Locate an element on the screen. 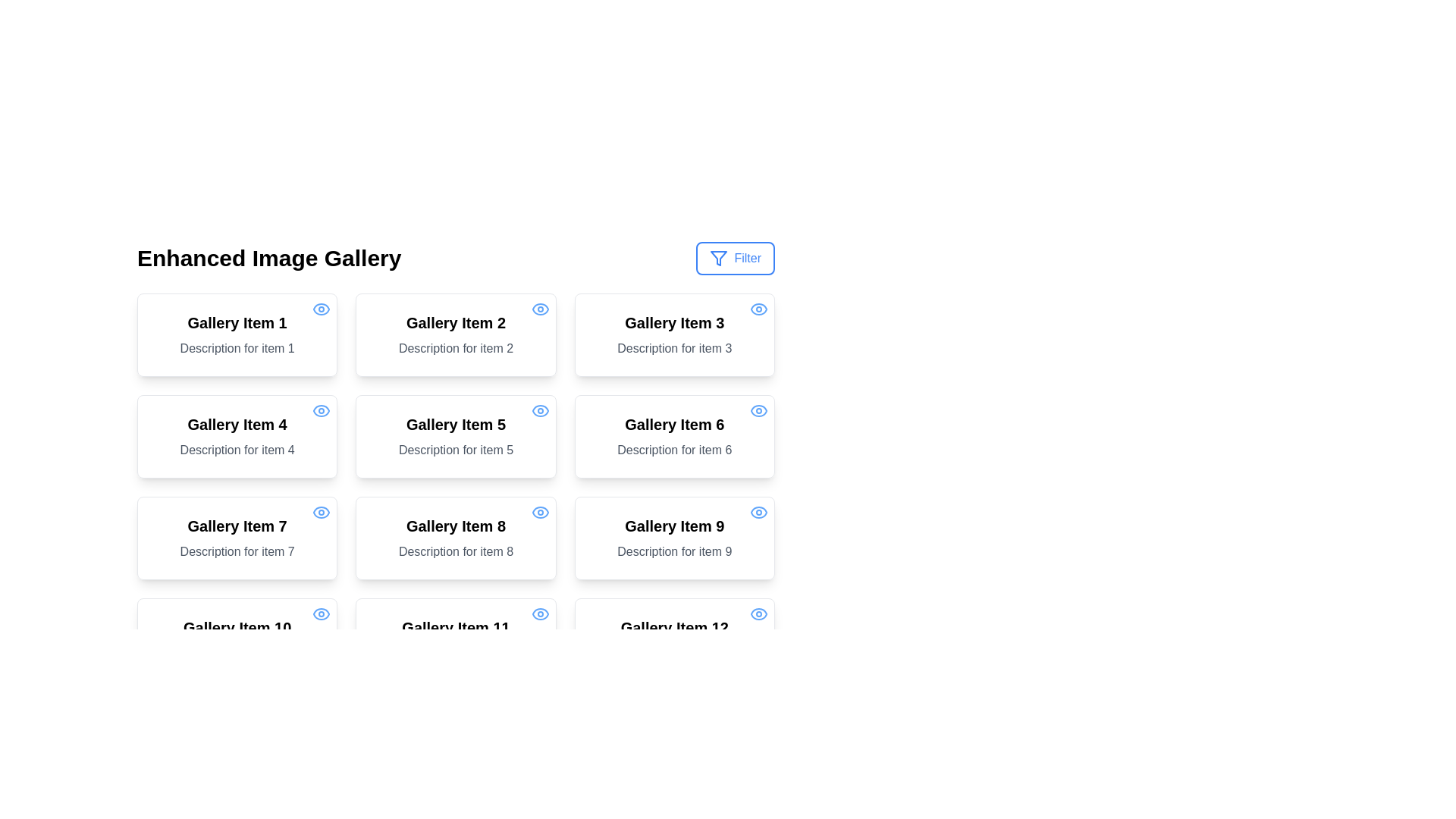  the Card component titled 'Gallery Item 9' which includes a description and an eye-shaped icon in the top-right corner is located at coordinates (673, 537).